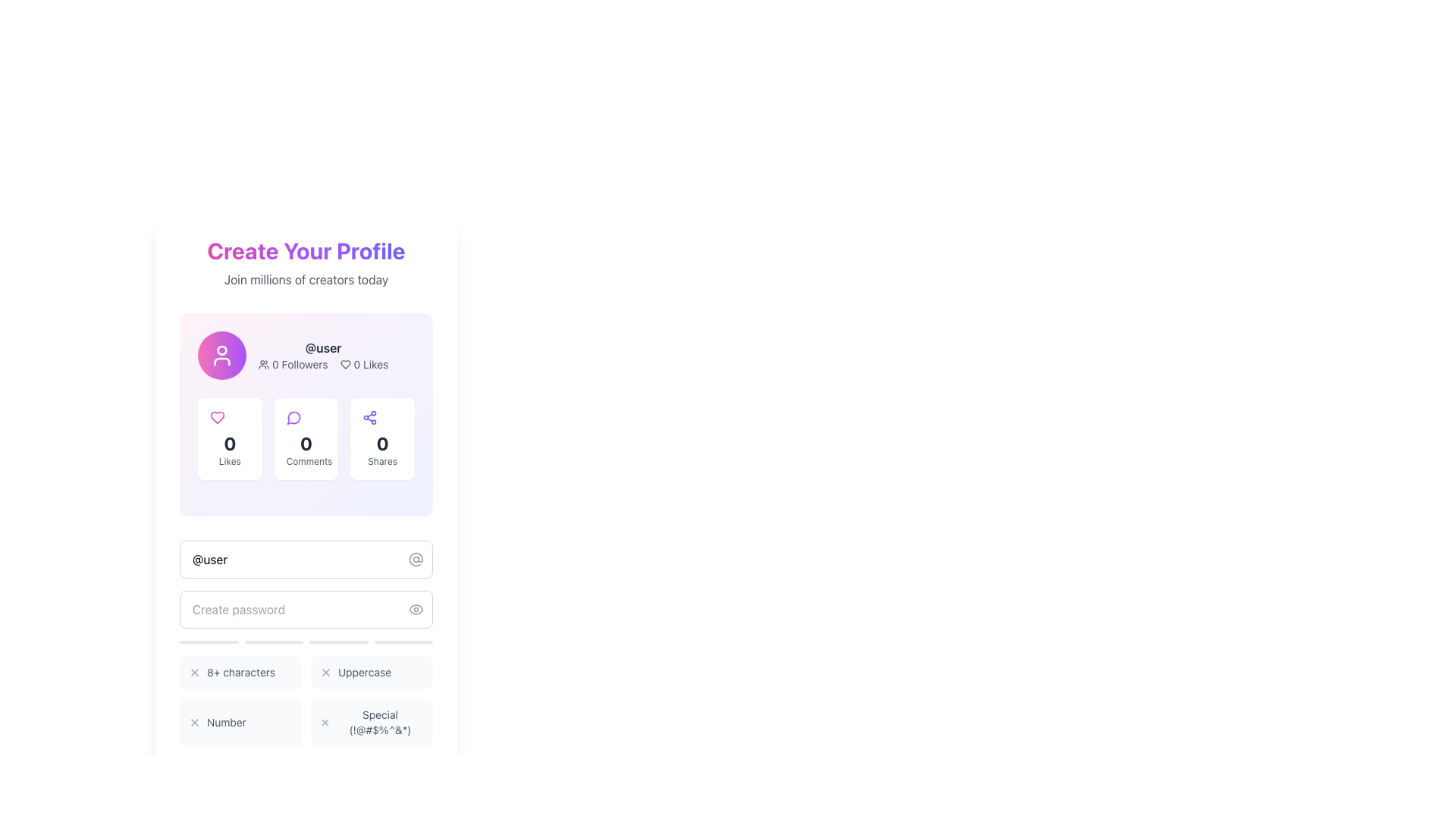 Image resolution: width=1456 pixels, height=819 pixels. What do you see at coordinates (240, 721) in the screenshot?
I see `description of the text element labeled 'Number', which is the third entry in a grid layout, featuring an icon and styled with a smaller gray font on a light gray background` at bounding box center [240, 721].